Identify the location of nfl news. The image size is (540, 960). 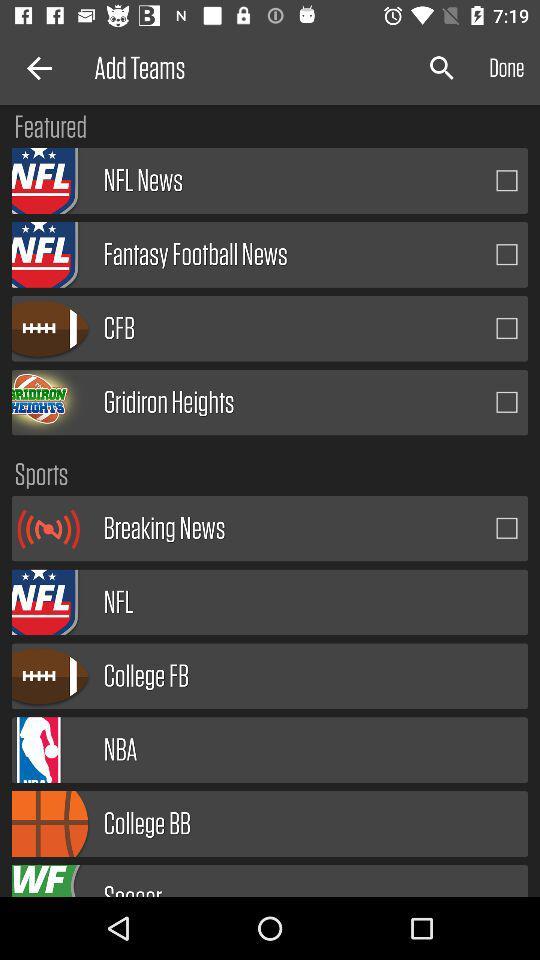
(507, 179).